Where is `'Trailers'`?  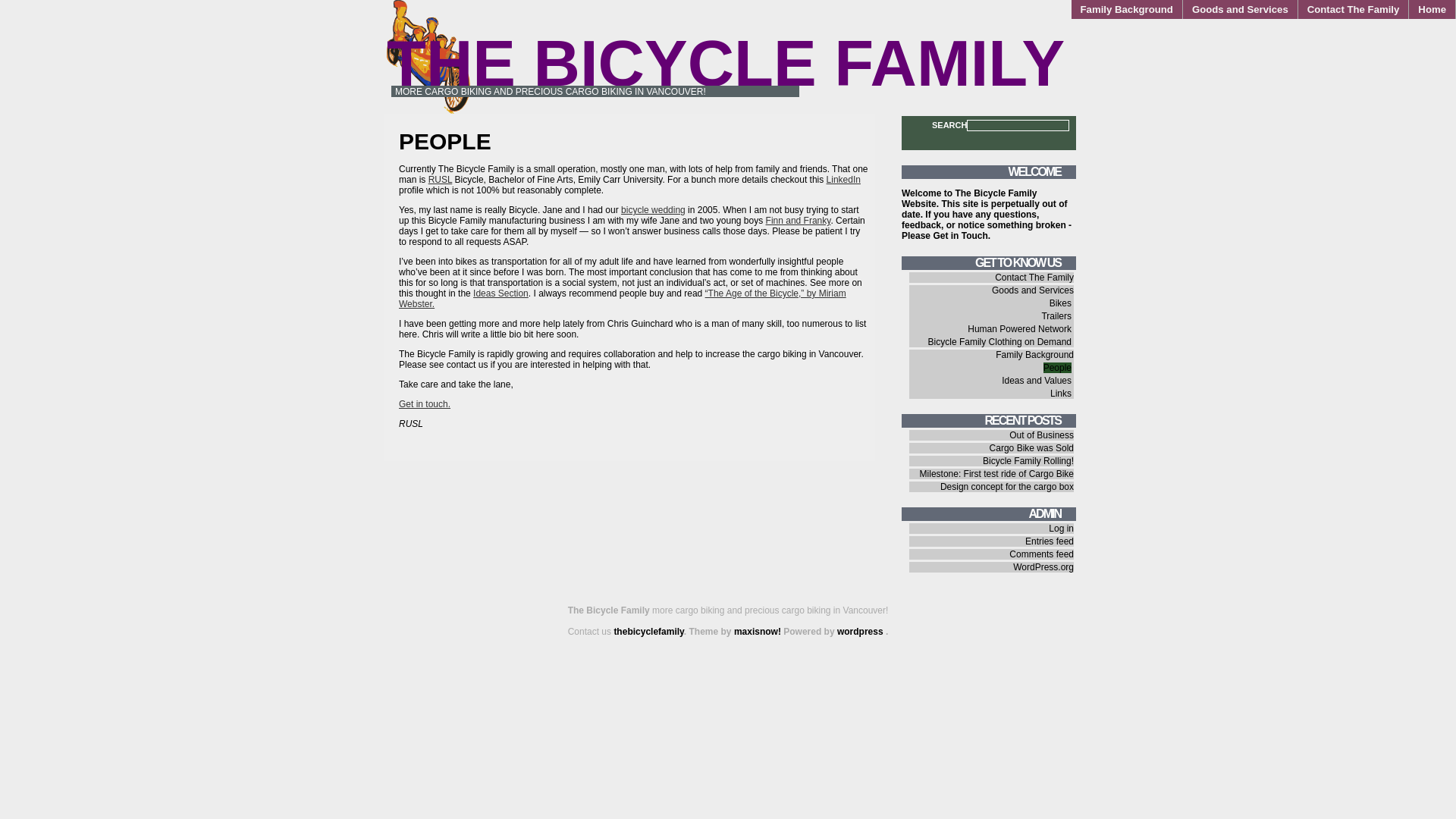 'Trailers' is located at coordinates (1055, 315).